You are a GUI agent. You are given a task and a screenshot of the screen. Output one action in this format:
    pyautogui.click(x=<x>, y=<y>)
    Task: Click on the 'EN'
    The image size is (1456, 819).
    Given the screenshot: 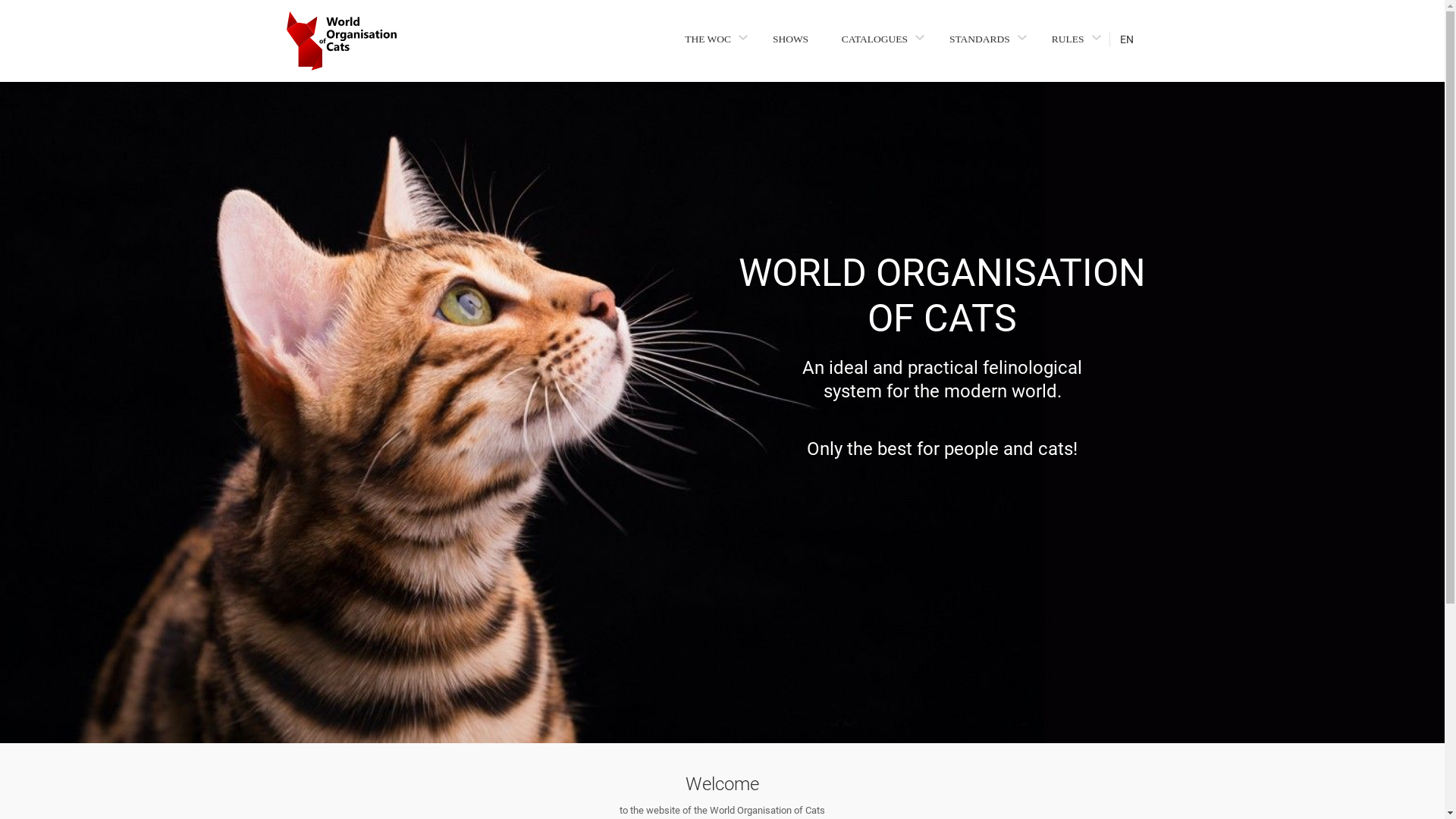 What is the action you would take?
    pyautogui.click(x=1133, y=38)
    